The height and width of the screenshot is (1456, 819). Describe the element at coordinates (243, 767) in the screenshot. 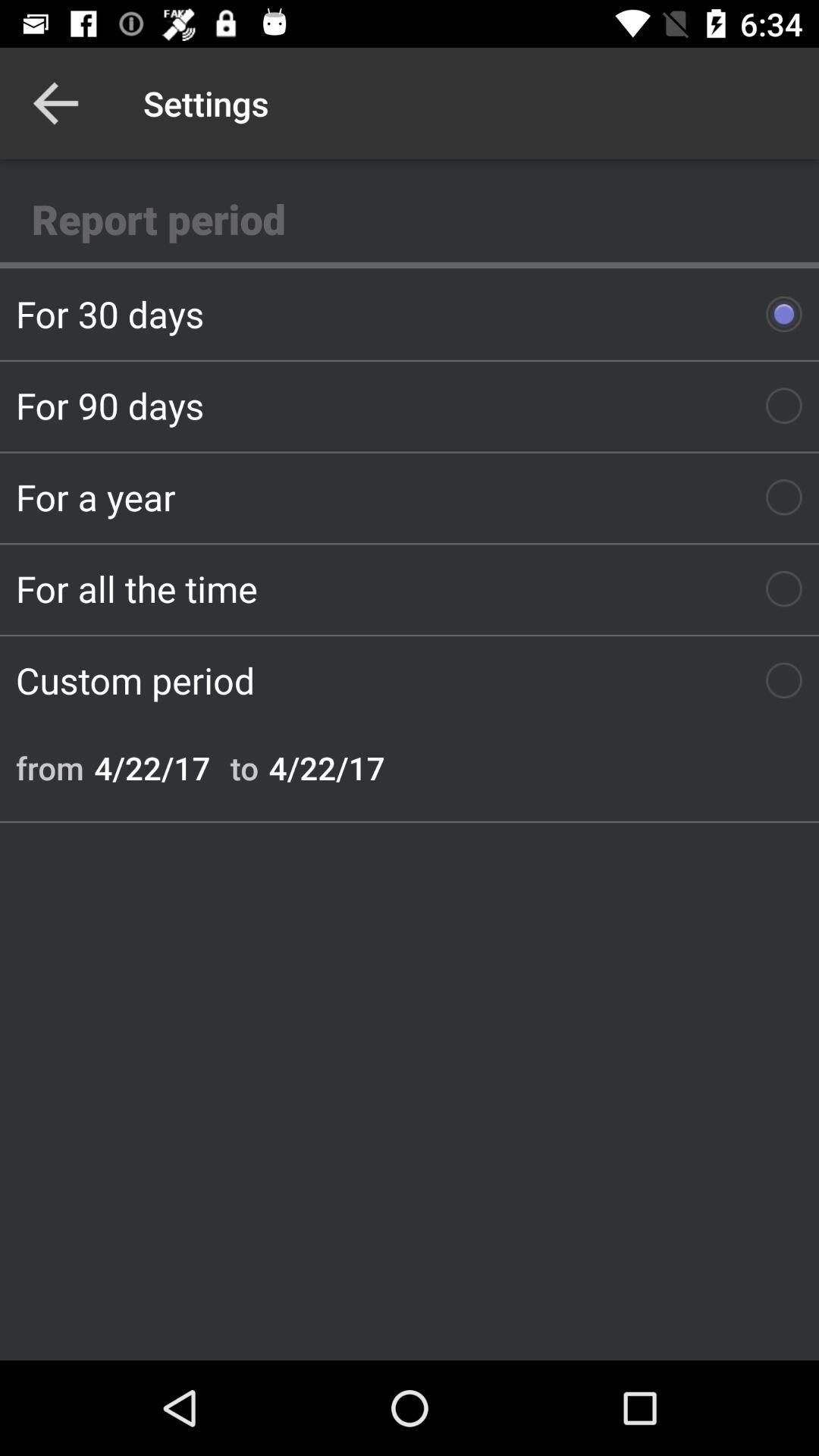

I see `icon below custom period icon` at that location.